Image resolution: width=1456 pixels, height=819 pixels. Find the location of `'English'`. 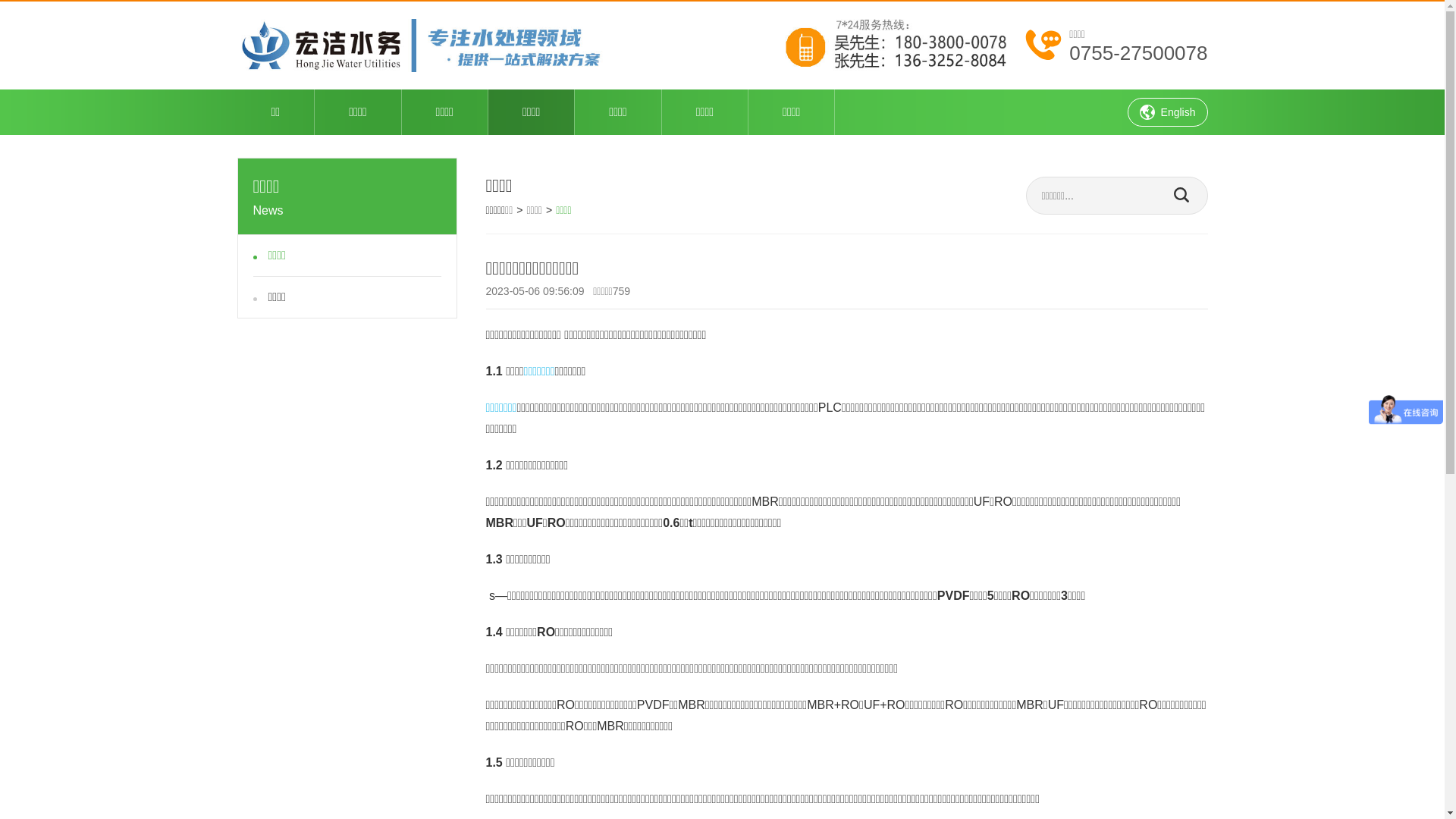

'English' is located at coordinates (1128, 111).